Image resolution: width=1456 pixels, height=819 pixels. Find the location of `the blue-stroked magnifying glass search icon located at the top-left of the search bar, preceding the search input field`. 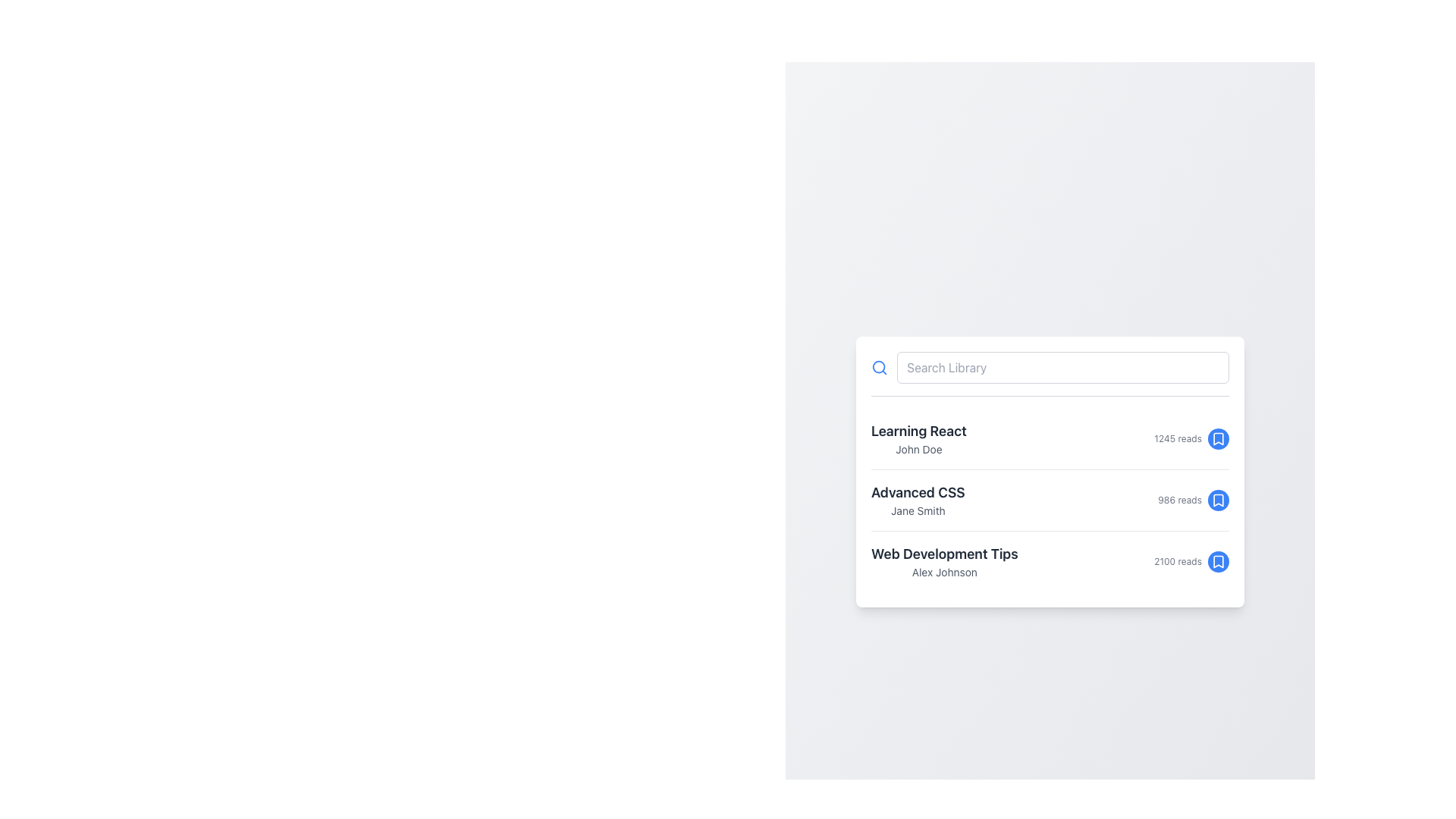

the blue-stroked magnifying glass search icon located at the top-left of the search bar, preceding the search input field is located at coordinates (880, 367).